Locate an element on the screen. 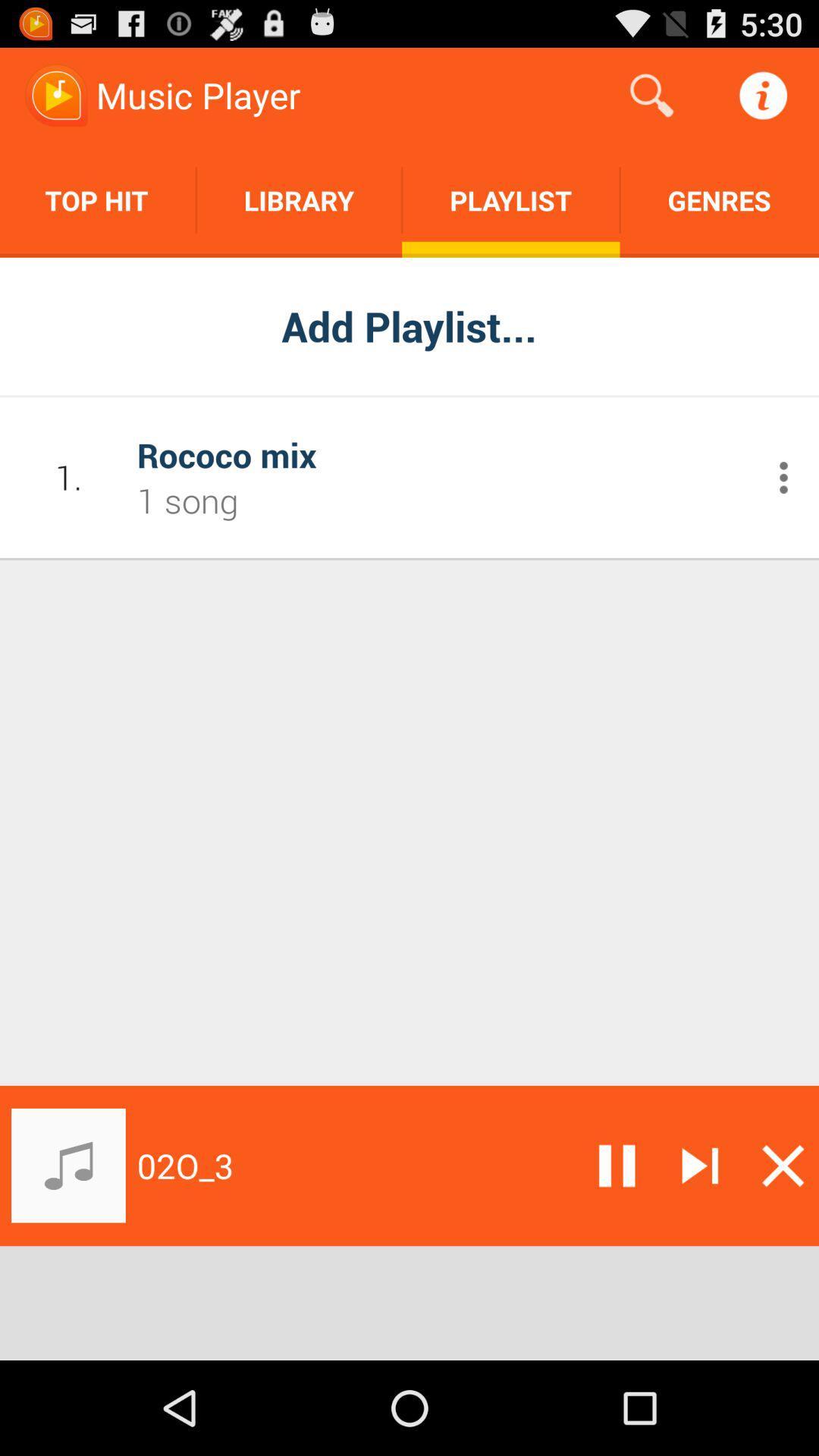  pause the playing of music is located at coordinates (617, 1165).